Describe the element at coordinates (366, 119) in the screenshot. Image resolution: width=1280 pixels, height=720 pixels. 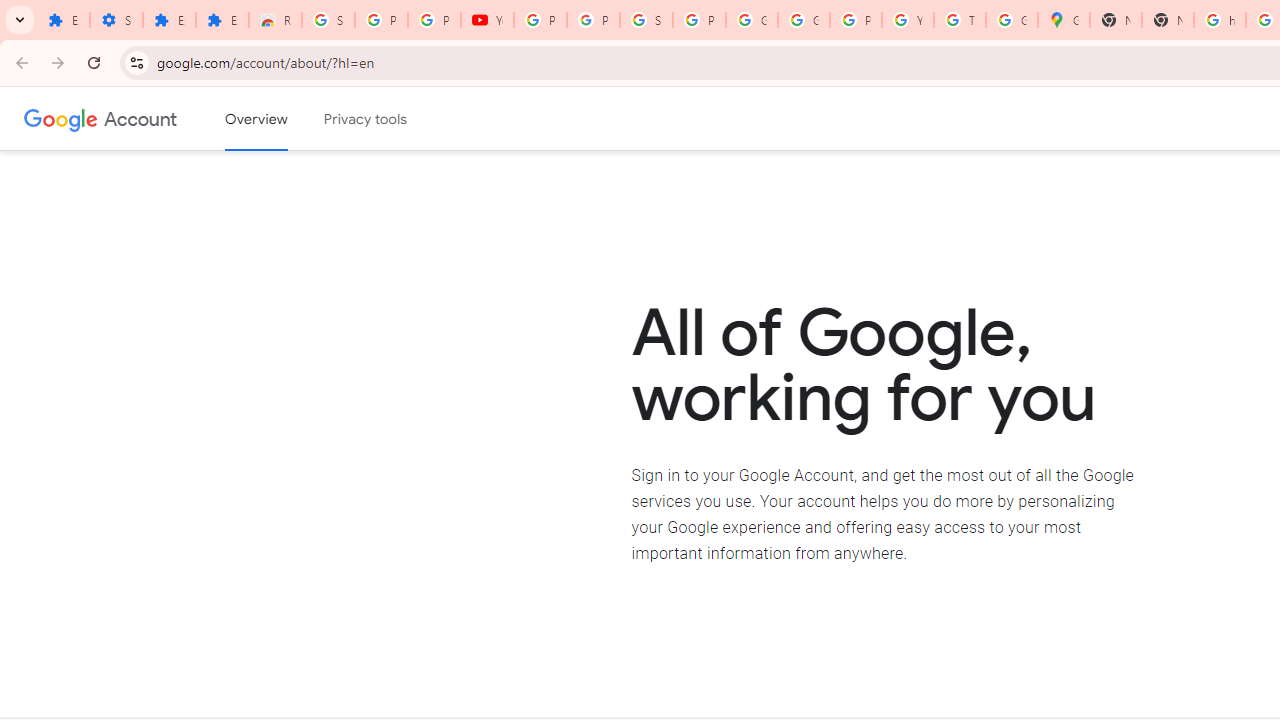
I see `'Privacy tools'` at that location.